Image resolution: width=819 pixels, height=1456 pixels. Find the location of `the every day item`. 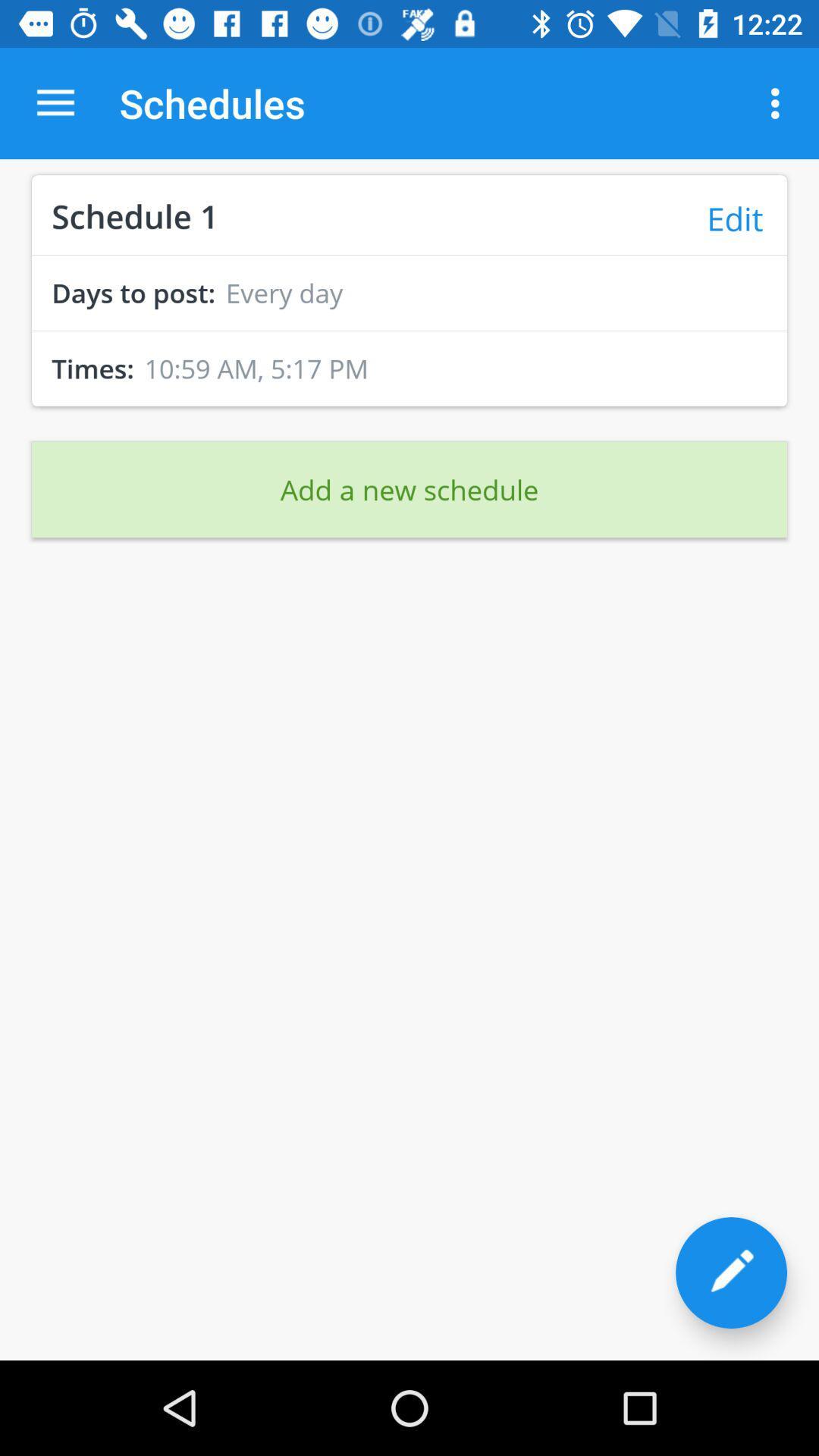

the every day item is located at coordinates (284, 293).